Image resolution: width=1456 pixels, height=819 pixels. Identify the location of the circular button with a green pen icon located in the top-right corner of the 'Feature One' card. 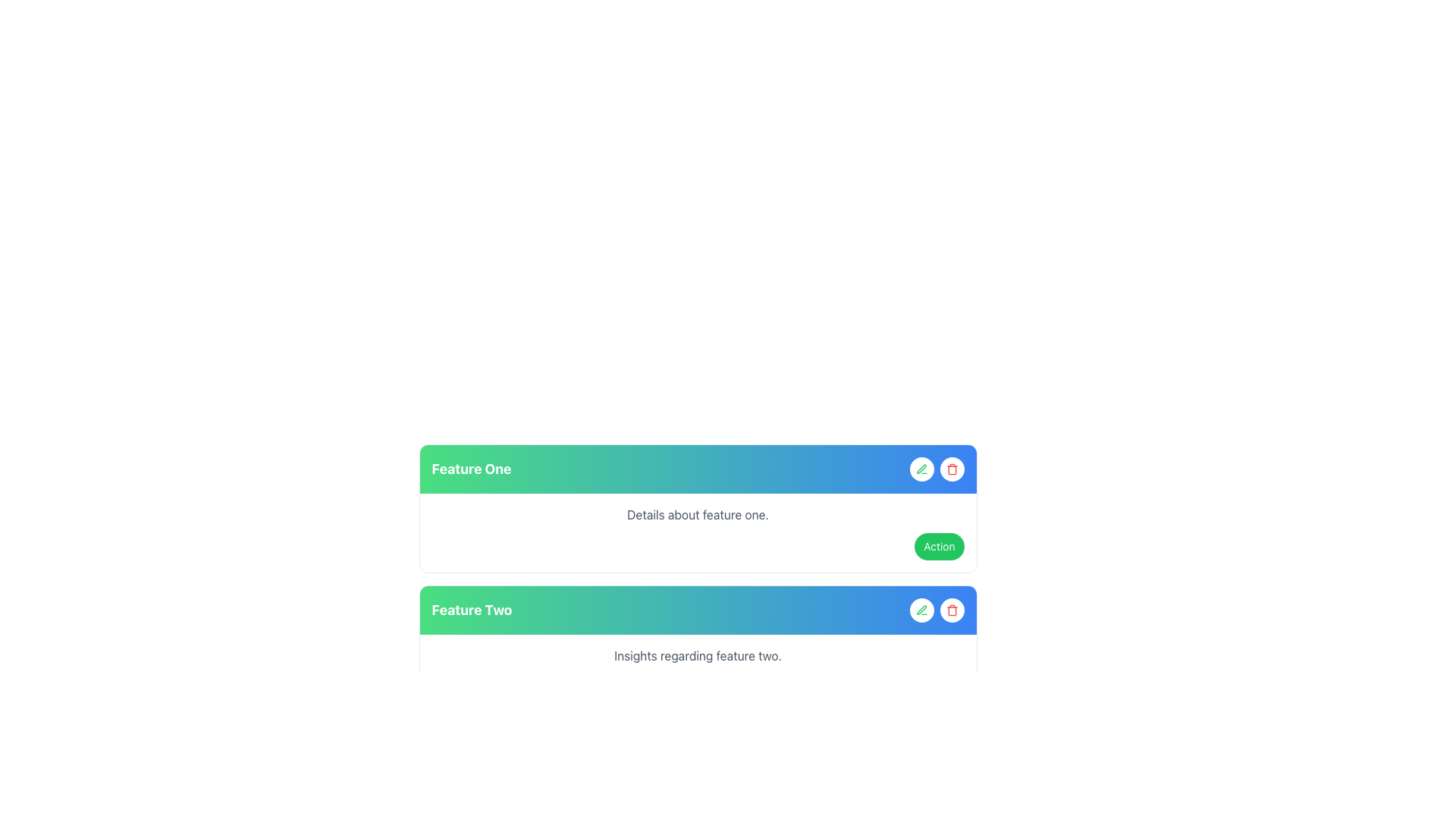
(921, 468).